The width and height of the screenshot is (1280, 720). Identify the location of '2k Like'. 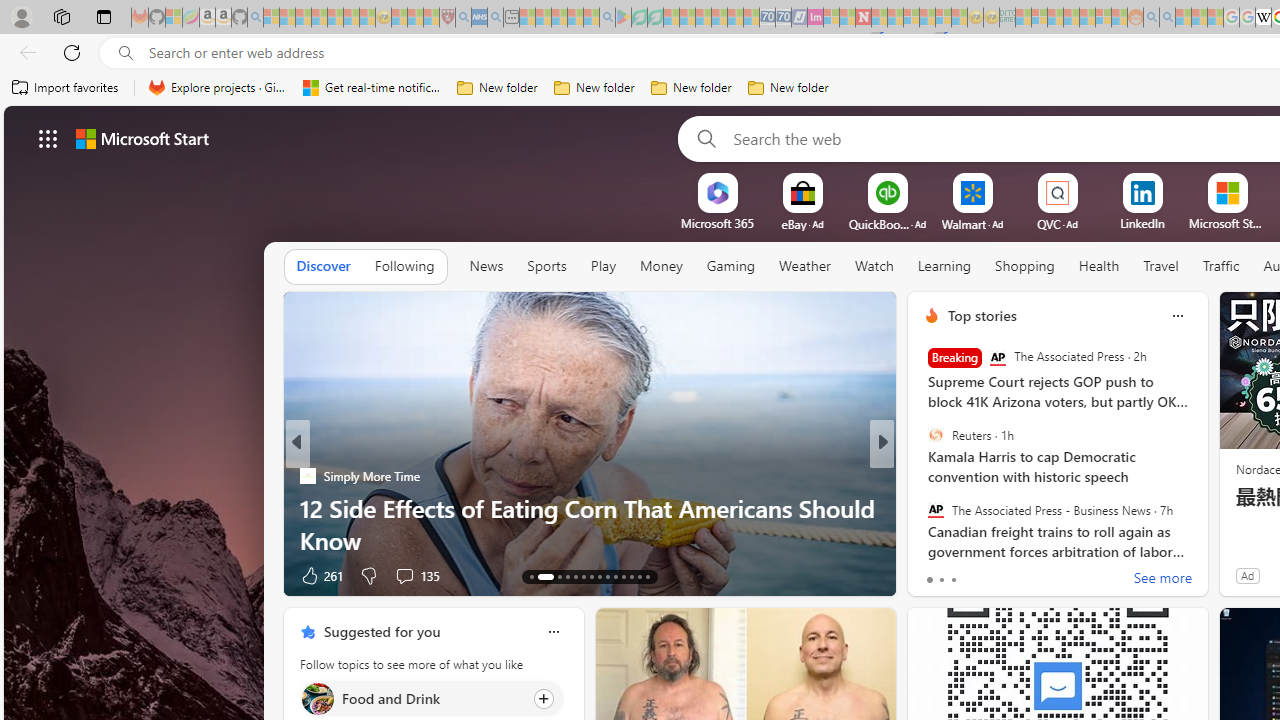
(932, 575).